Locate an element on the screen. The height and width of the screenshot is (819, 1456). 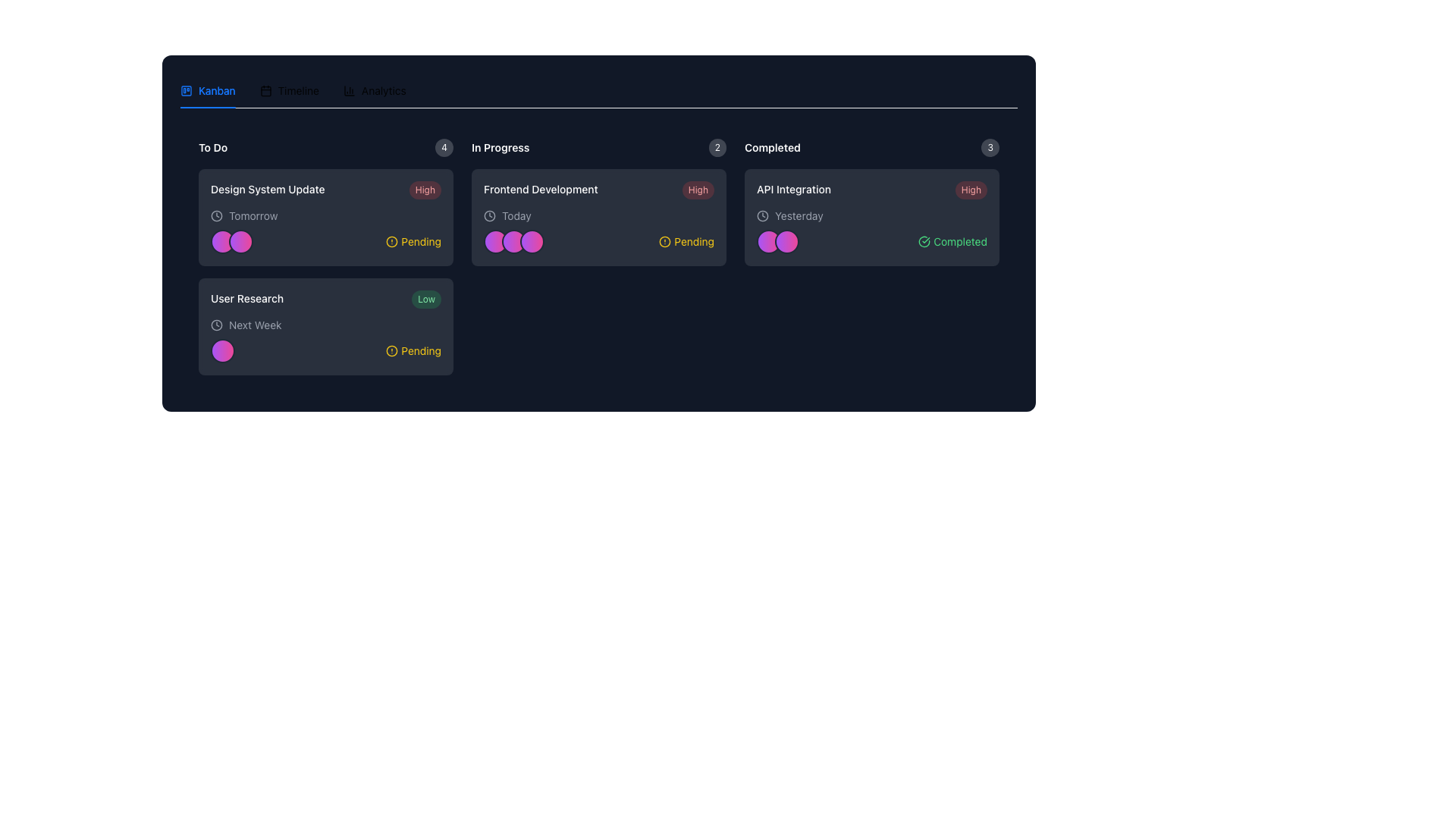
the SVG Circle Element that indicates an alert or attention-needed status in the 'In Progress' section, near the 'Frontend Development' card is located at coordinates (665, 241).